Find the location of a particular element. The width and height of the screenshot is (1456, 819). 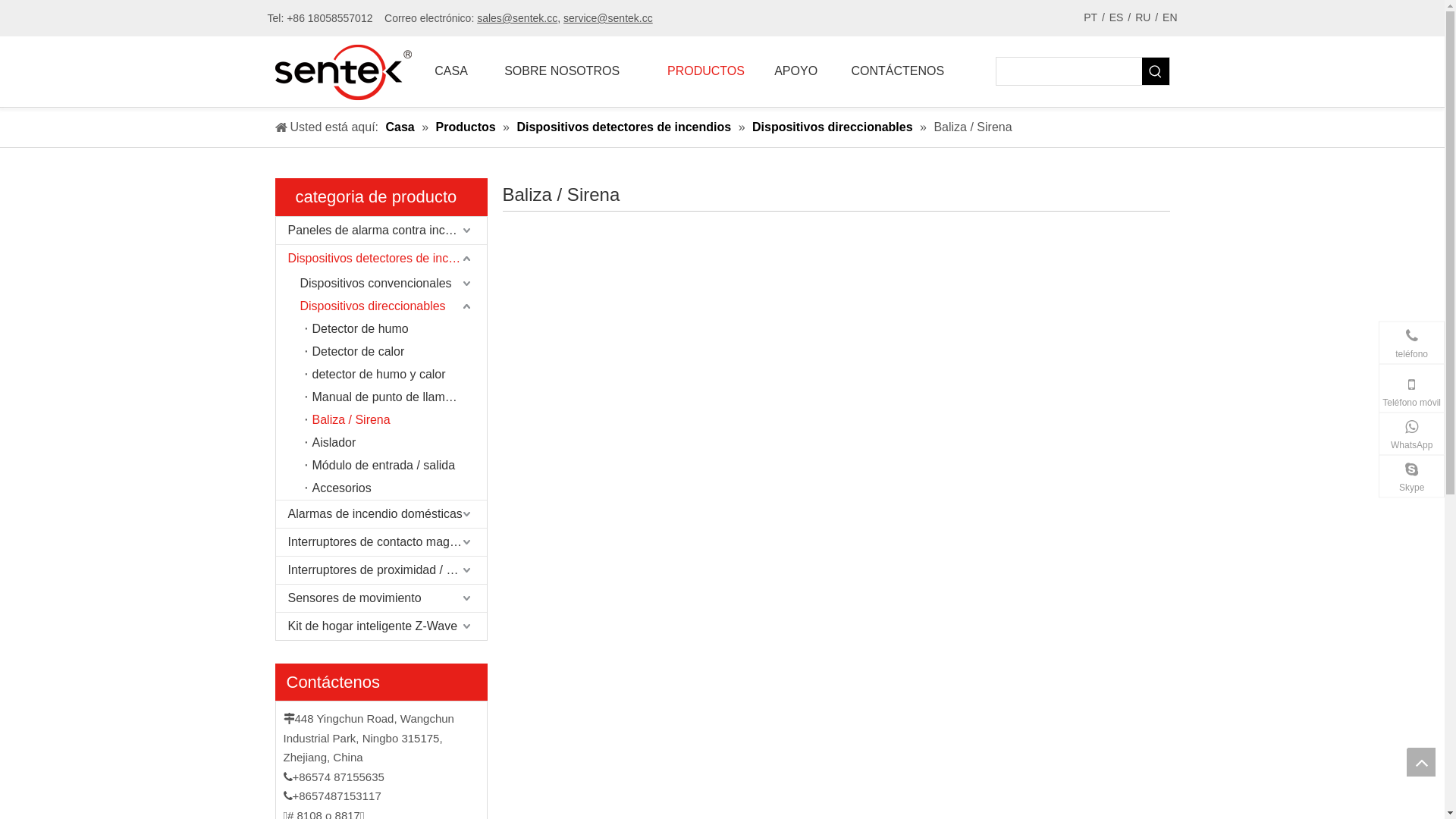

'service@sentek.cc' is located at coordinates (607, 17).